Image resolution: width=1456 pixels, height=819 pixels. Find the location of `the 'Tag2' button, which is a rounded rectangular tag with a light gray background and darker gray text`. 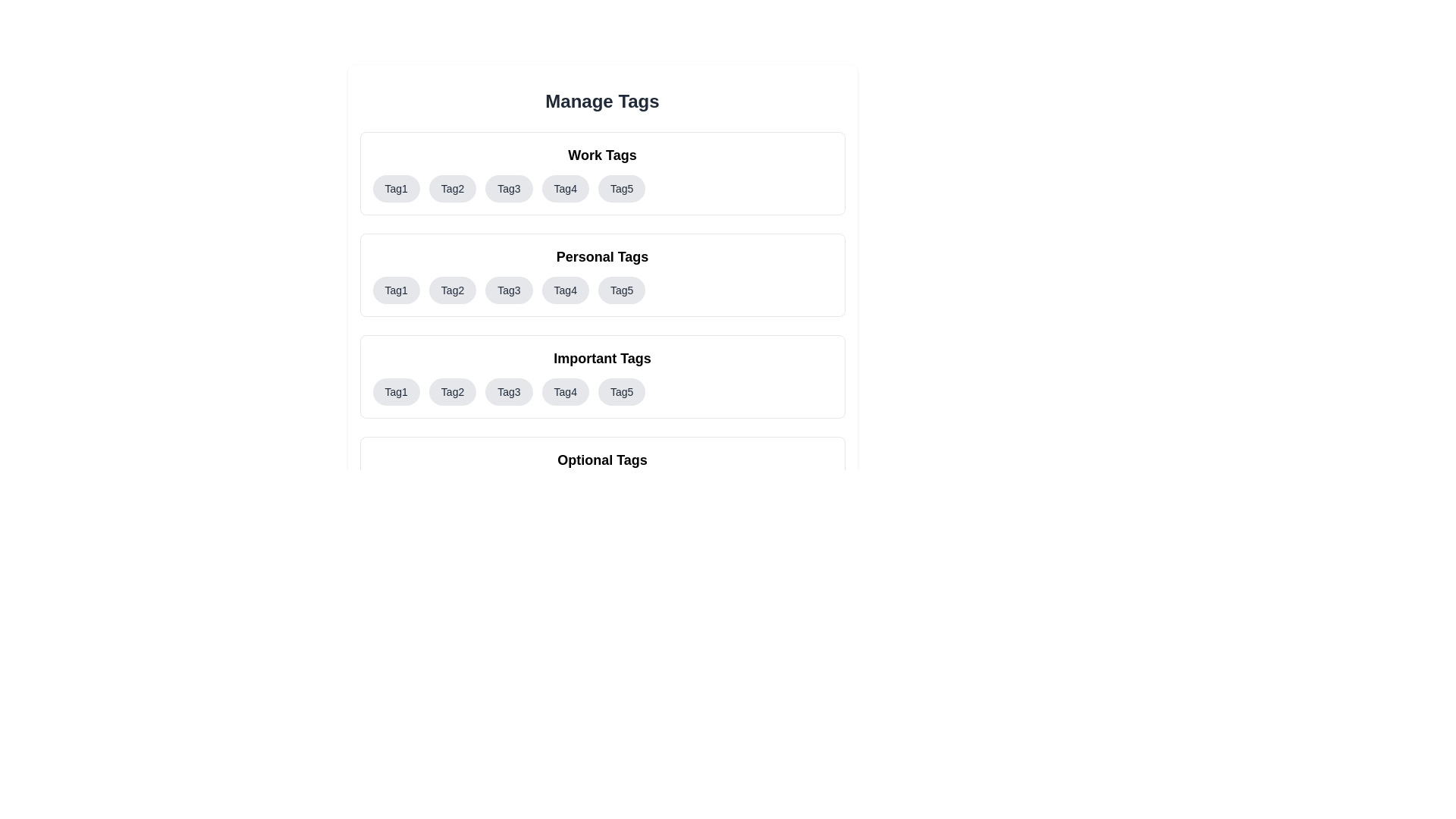

the 'Tag2' button, which is a rounded rectangular tag with a light gray background and darker gray text is located at coordinates (452, 290).